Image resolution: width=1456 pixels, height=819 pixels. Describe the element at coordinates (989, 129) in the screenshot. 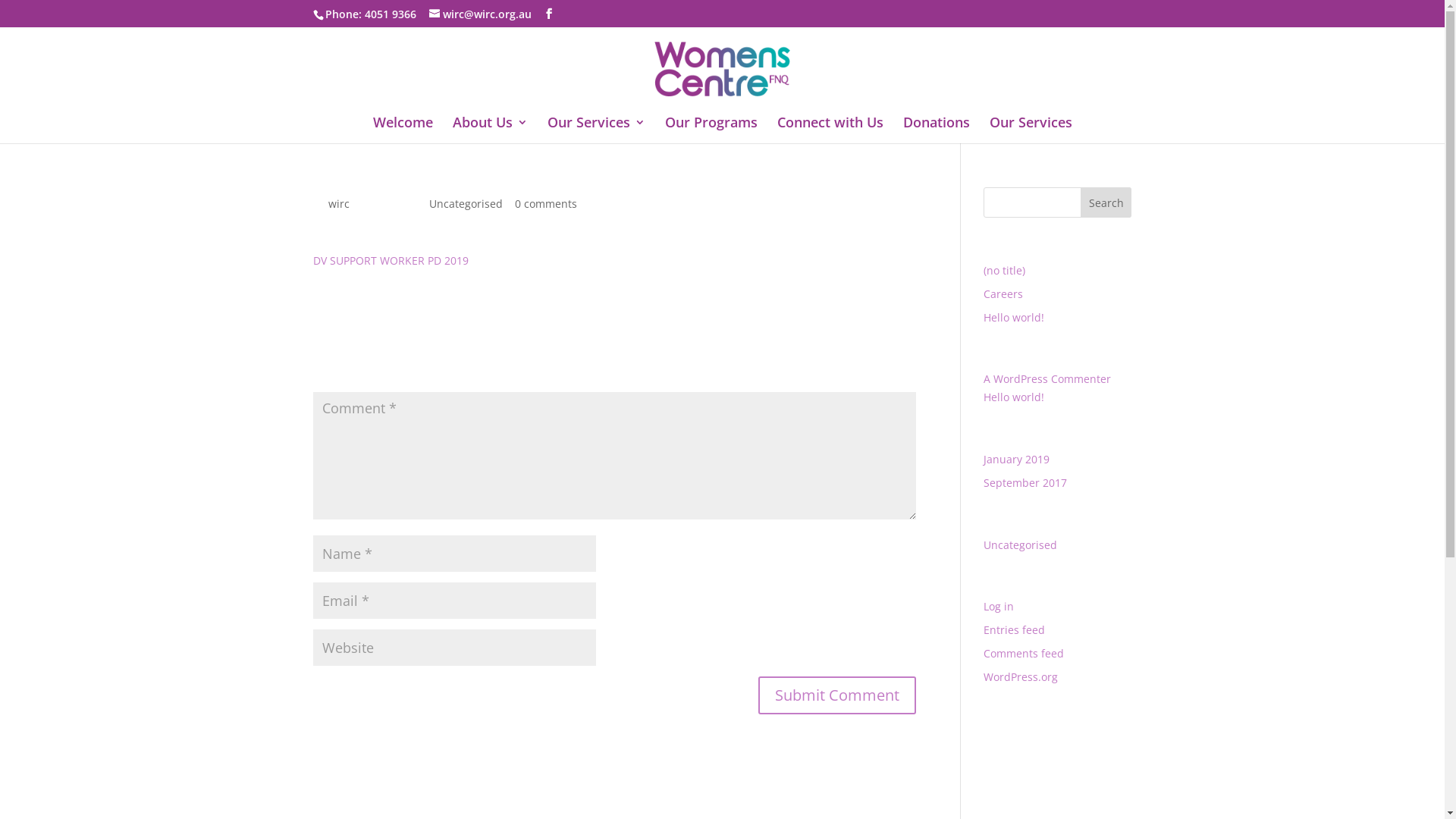

I see `'Our Services'` at that location.